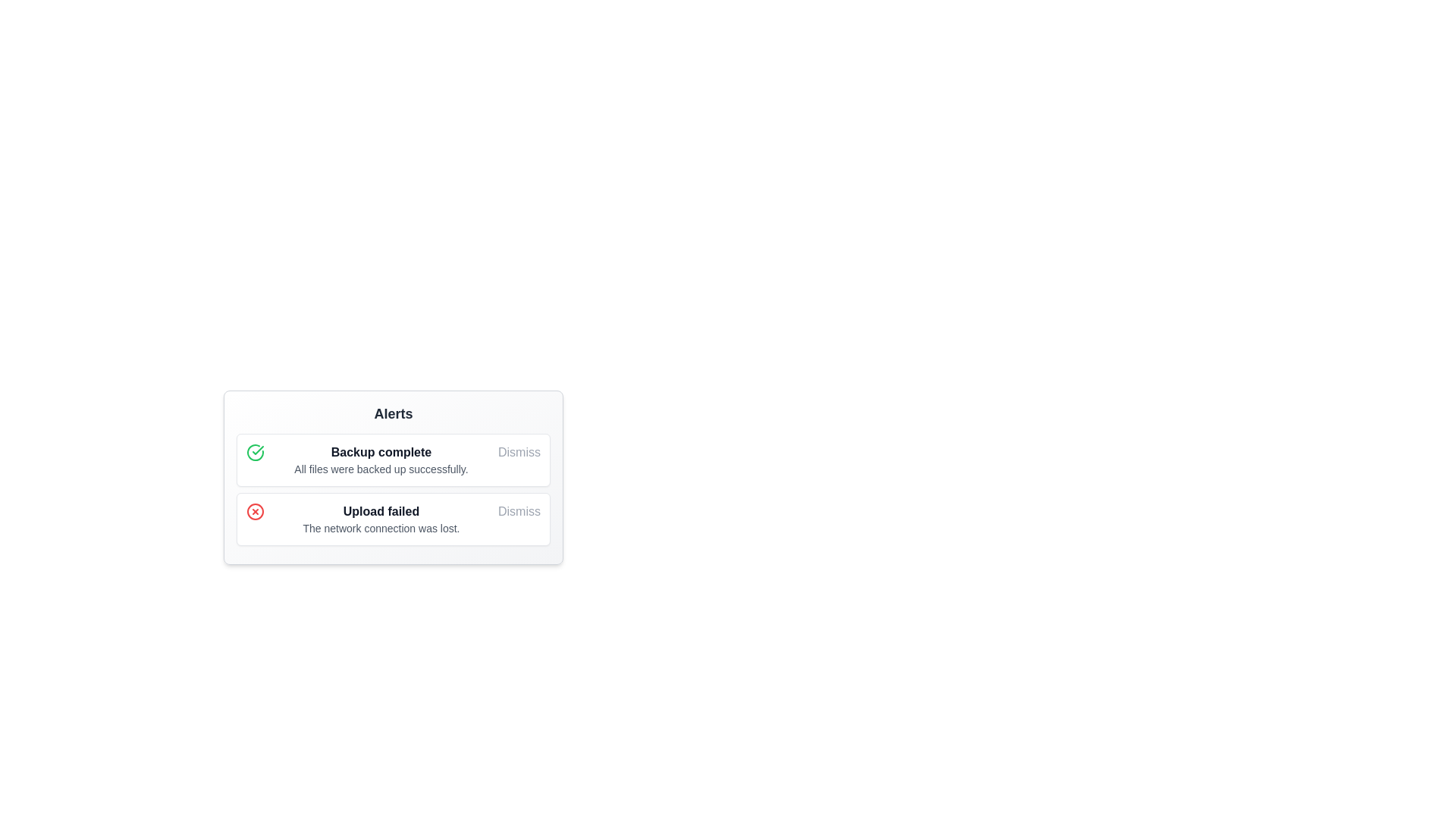 The image size is (1456, 819). Describe the element at coordinates (385, 503) in the screenshot. I see `details of the second Notification alert box, which contains a success message with a green checkmark and a red warning icon for a failure, along with dismiss buttons` at that location.